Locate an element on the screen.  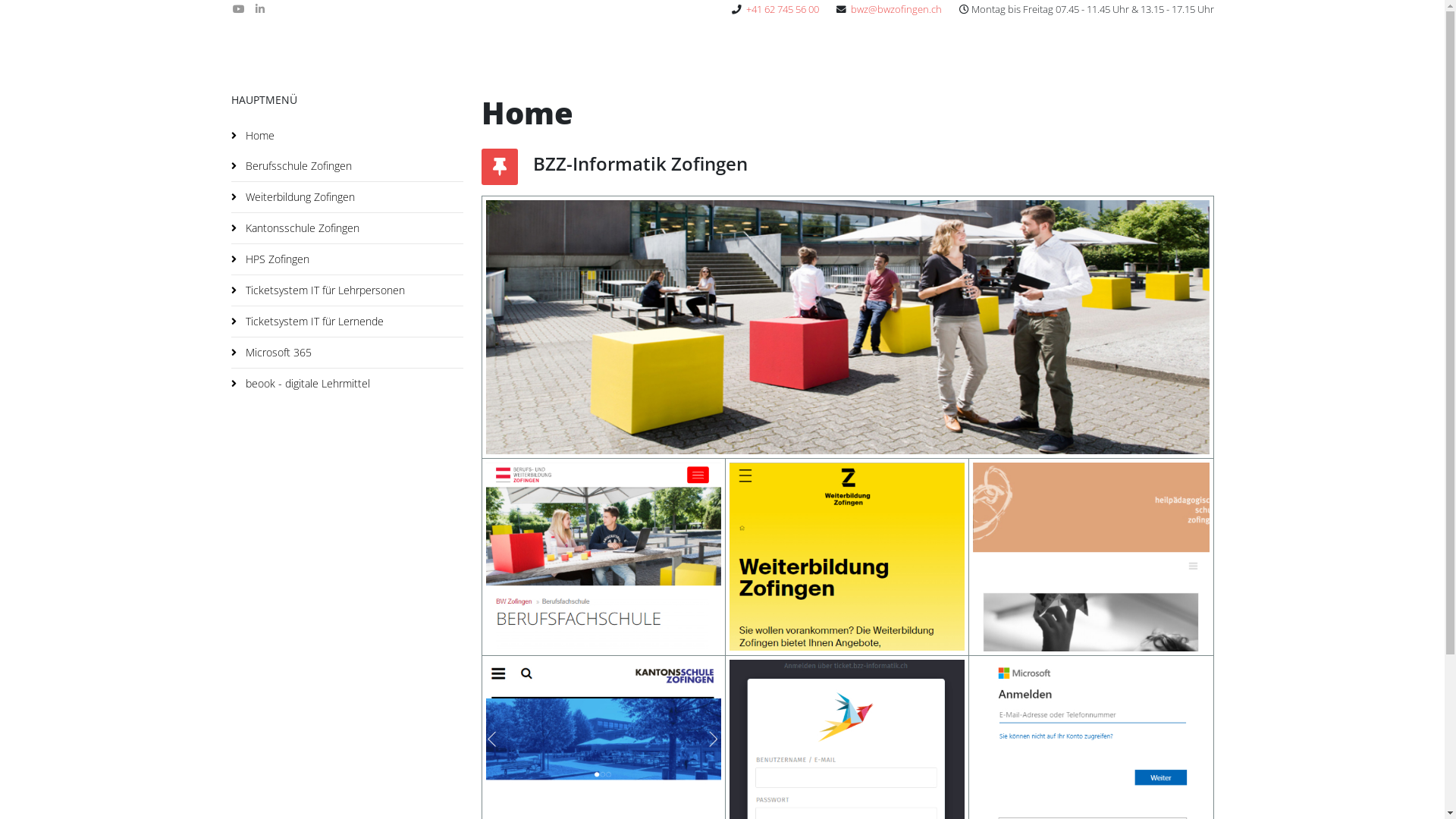
'HPS Zofingen' is located at coordinates (345, 259).